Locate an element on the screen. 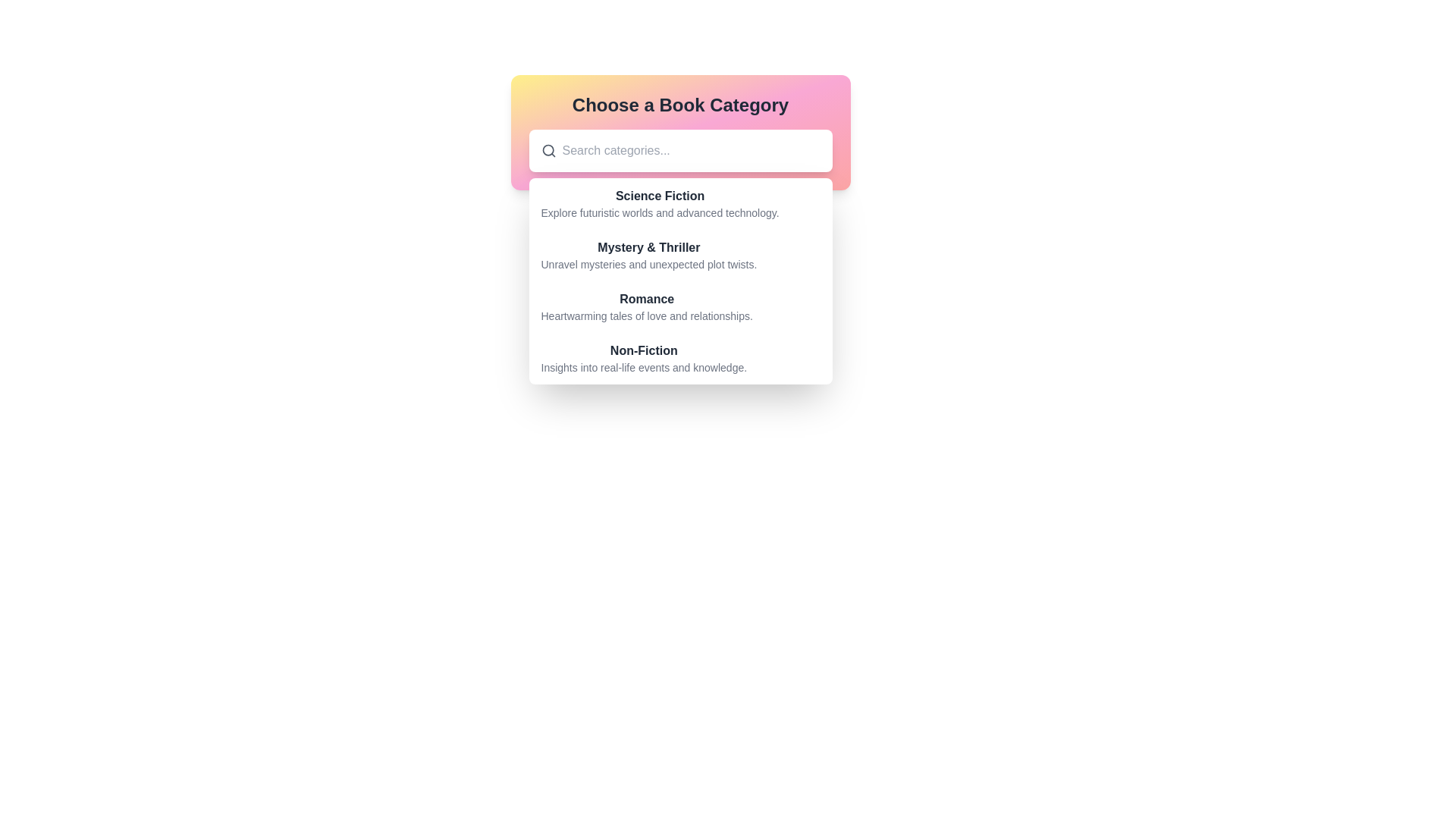 The image size is (1456, 819). the list item titled 'Mystery & Thriller' is located at coordinates (679, 254).